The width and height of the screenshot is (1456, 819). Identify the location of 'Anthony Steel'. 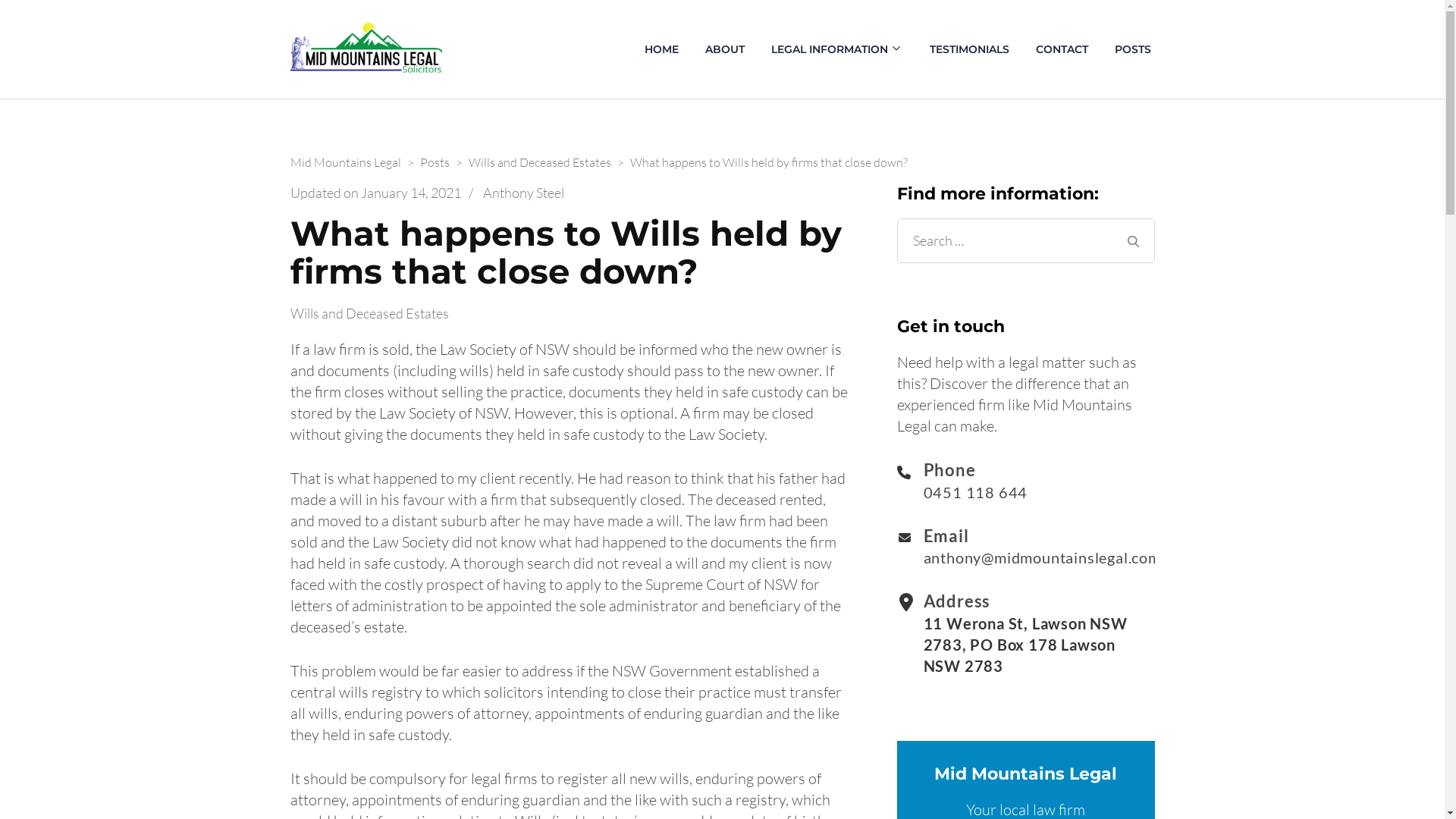
(481, 192).